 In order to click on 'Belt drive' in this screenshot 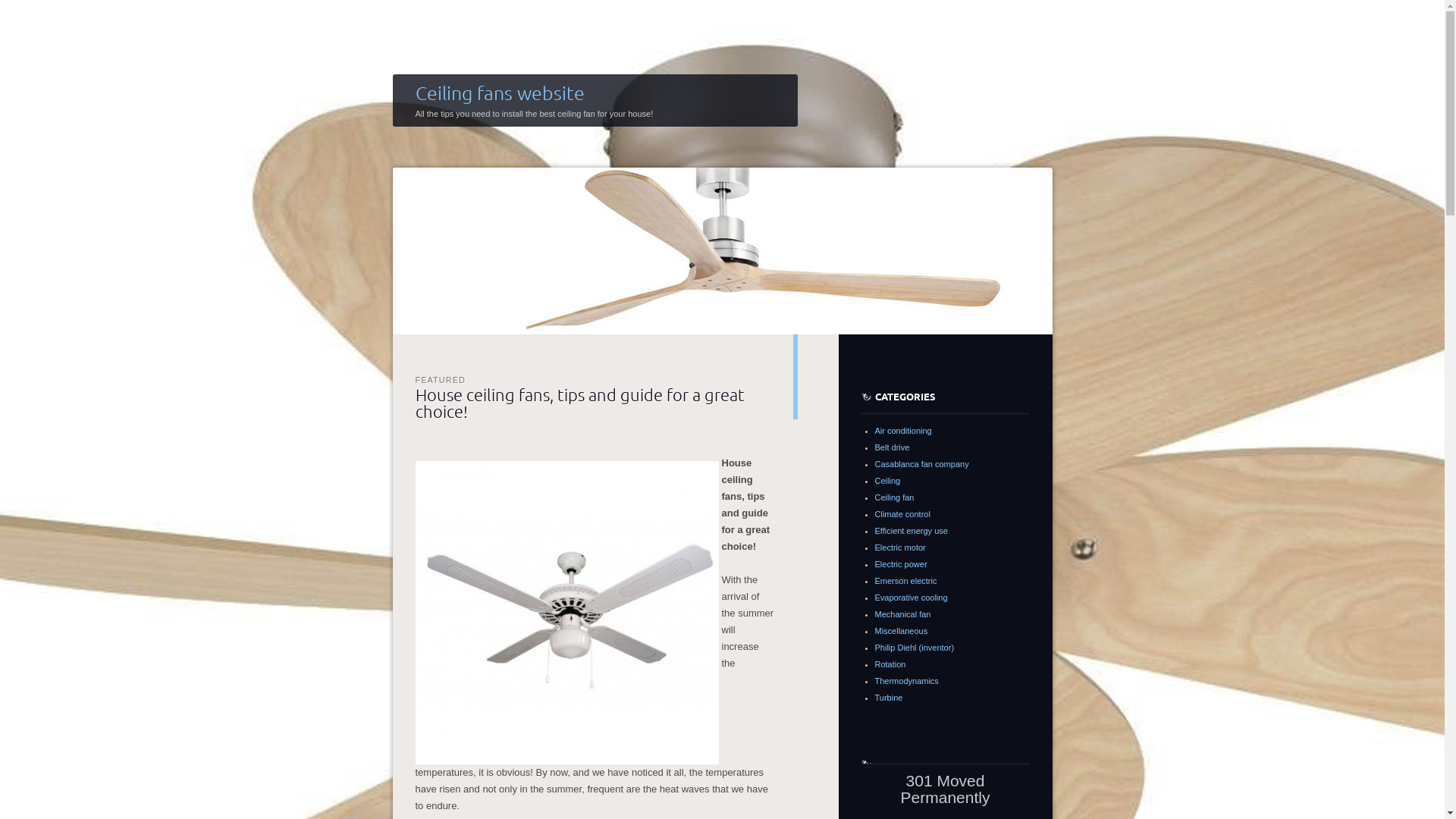, I will do `click(892, 447)`.